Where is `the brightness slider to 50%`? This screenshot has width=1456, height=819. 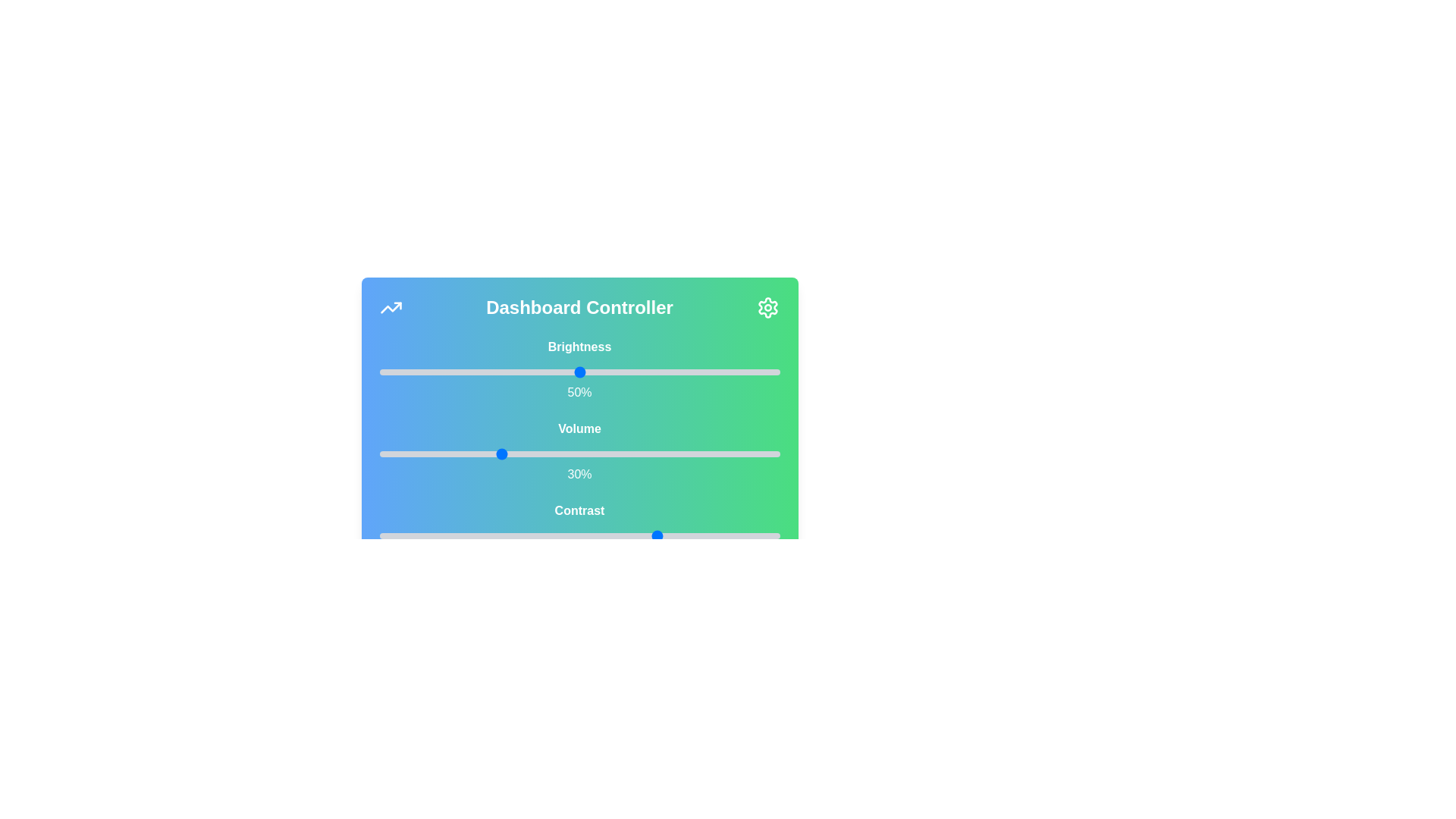 the brightness slider to 50% is located at coordinates (579, 372).